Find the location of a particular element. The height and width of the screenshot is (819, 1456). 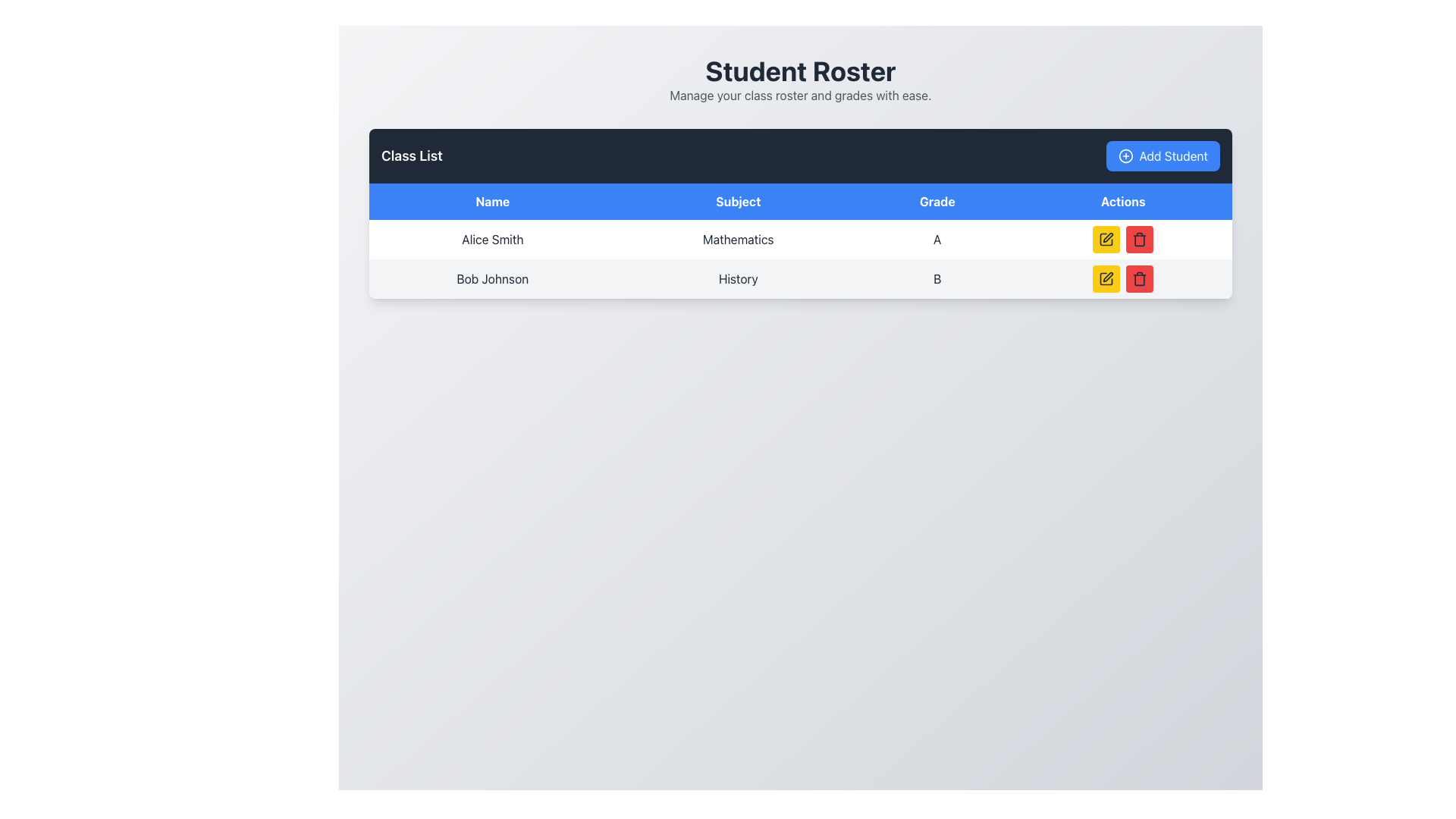

the static text label displaying the subject name associated with the row entry for 'Bob Johnson' in the 'Class List' table, located in the second column of the second row is located at coordinates (738, 278).